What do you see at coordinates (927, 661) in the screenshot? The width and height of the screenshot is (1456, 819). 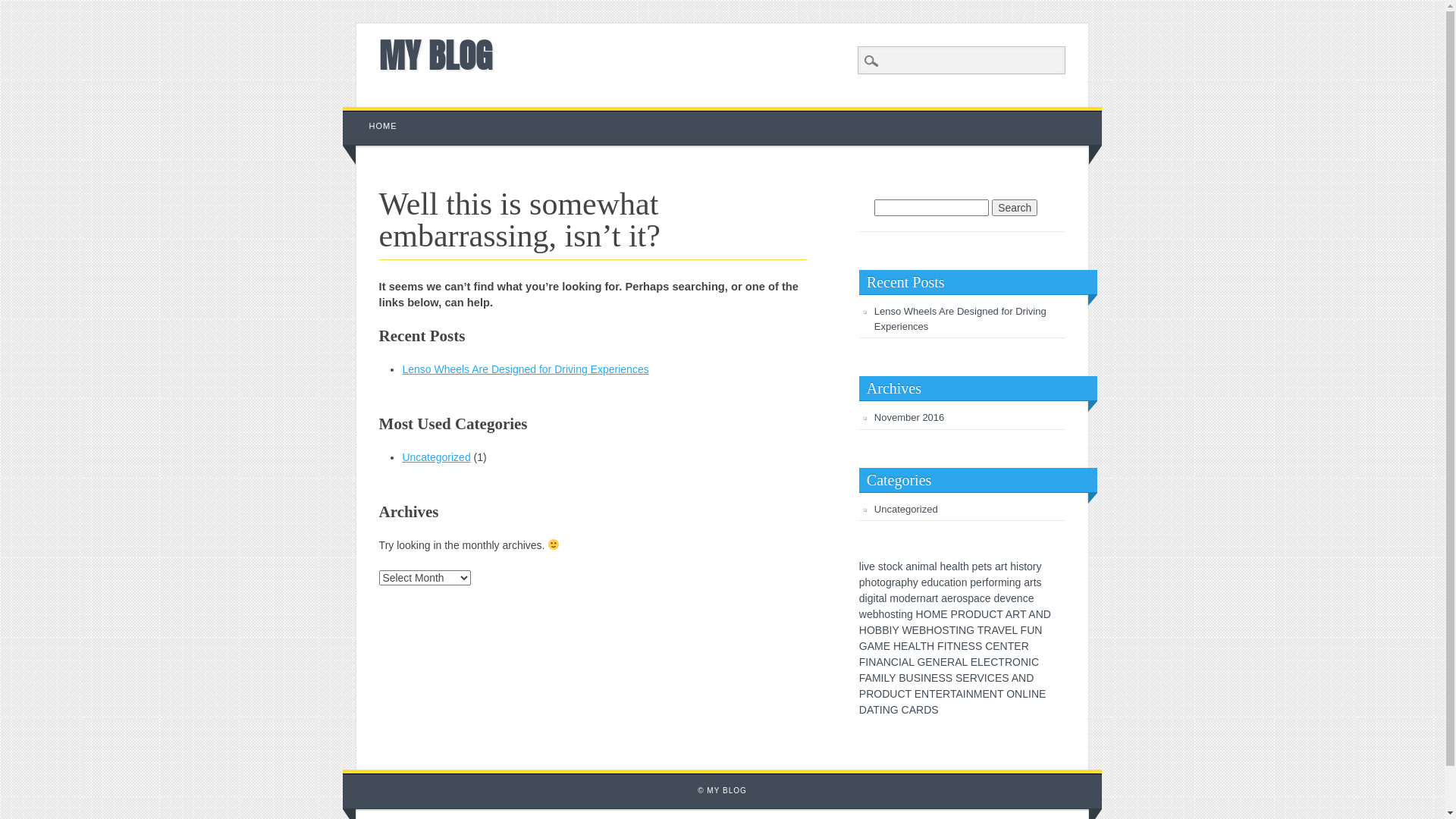 I see `'E'` at bounding box center [927, 661].